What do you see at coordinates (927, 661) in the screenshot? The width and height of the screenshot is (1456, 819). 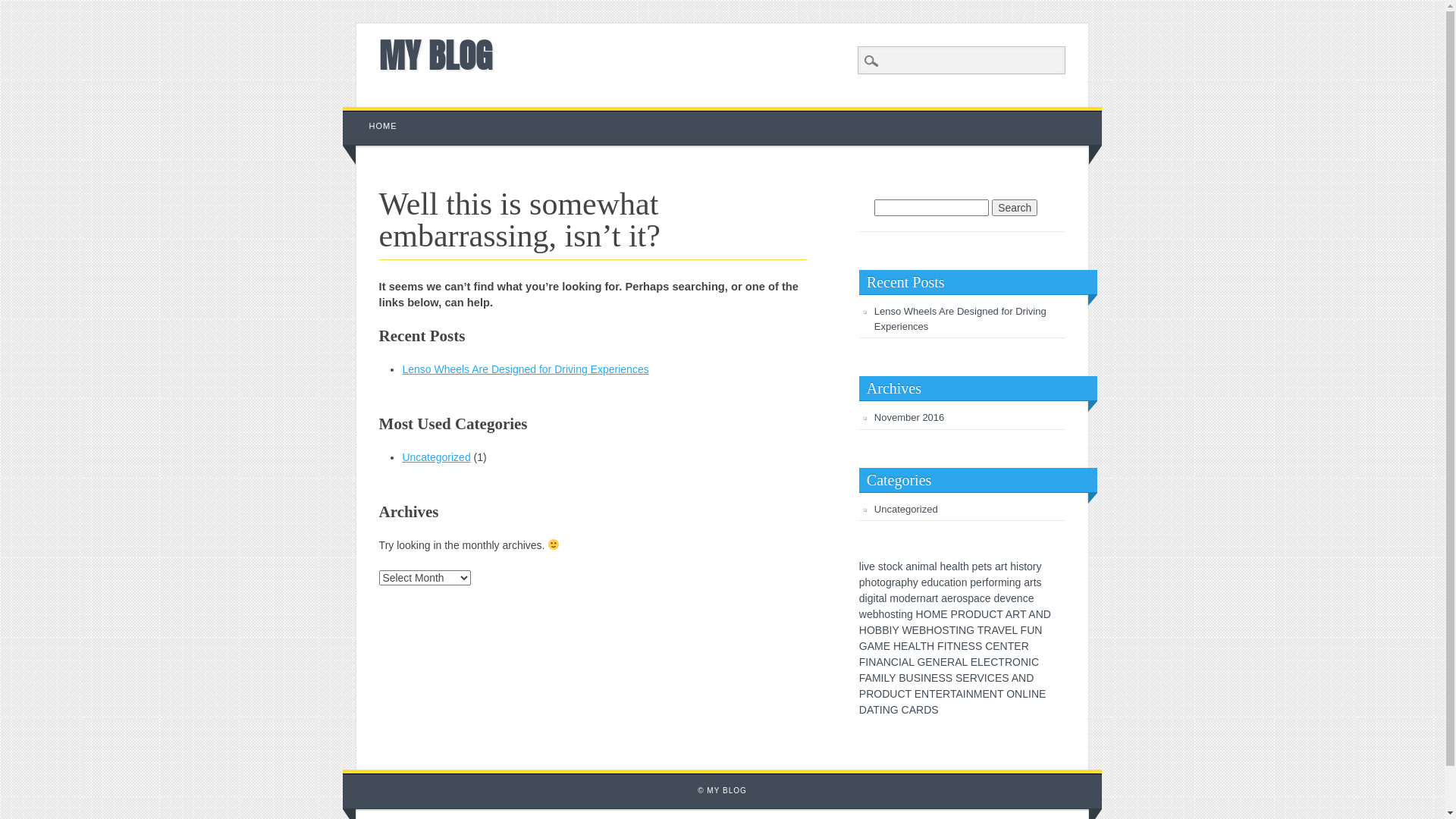 I see `'E'` at bounding box center [927, 661].